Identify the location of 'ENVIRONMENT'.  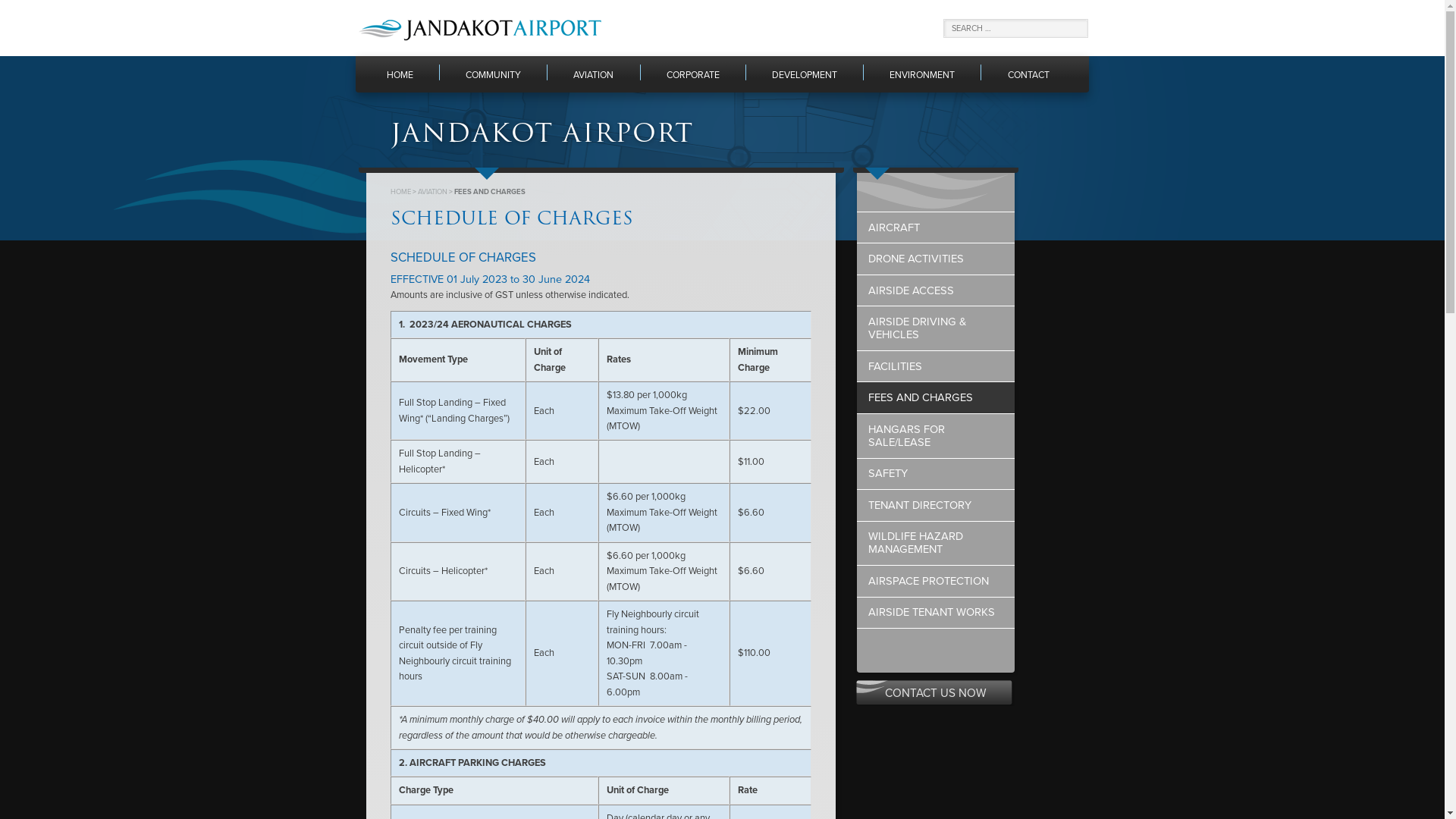
(921, 74).